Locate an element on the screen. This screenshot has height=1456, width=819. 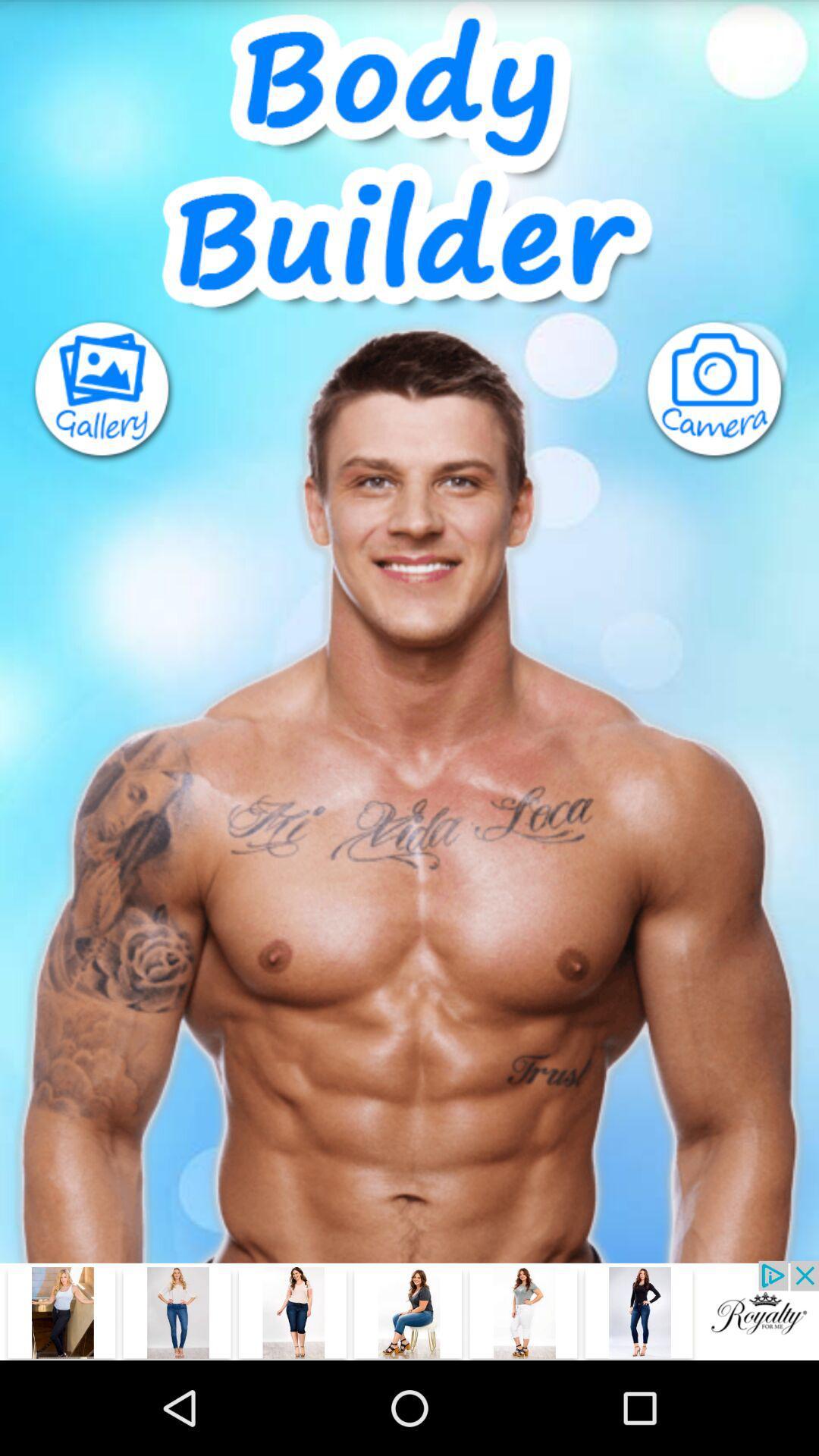
gallery photos is located at coordinates (88, 391).